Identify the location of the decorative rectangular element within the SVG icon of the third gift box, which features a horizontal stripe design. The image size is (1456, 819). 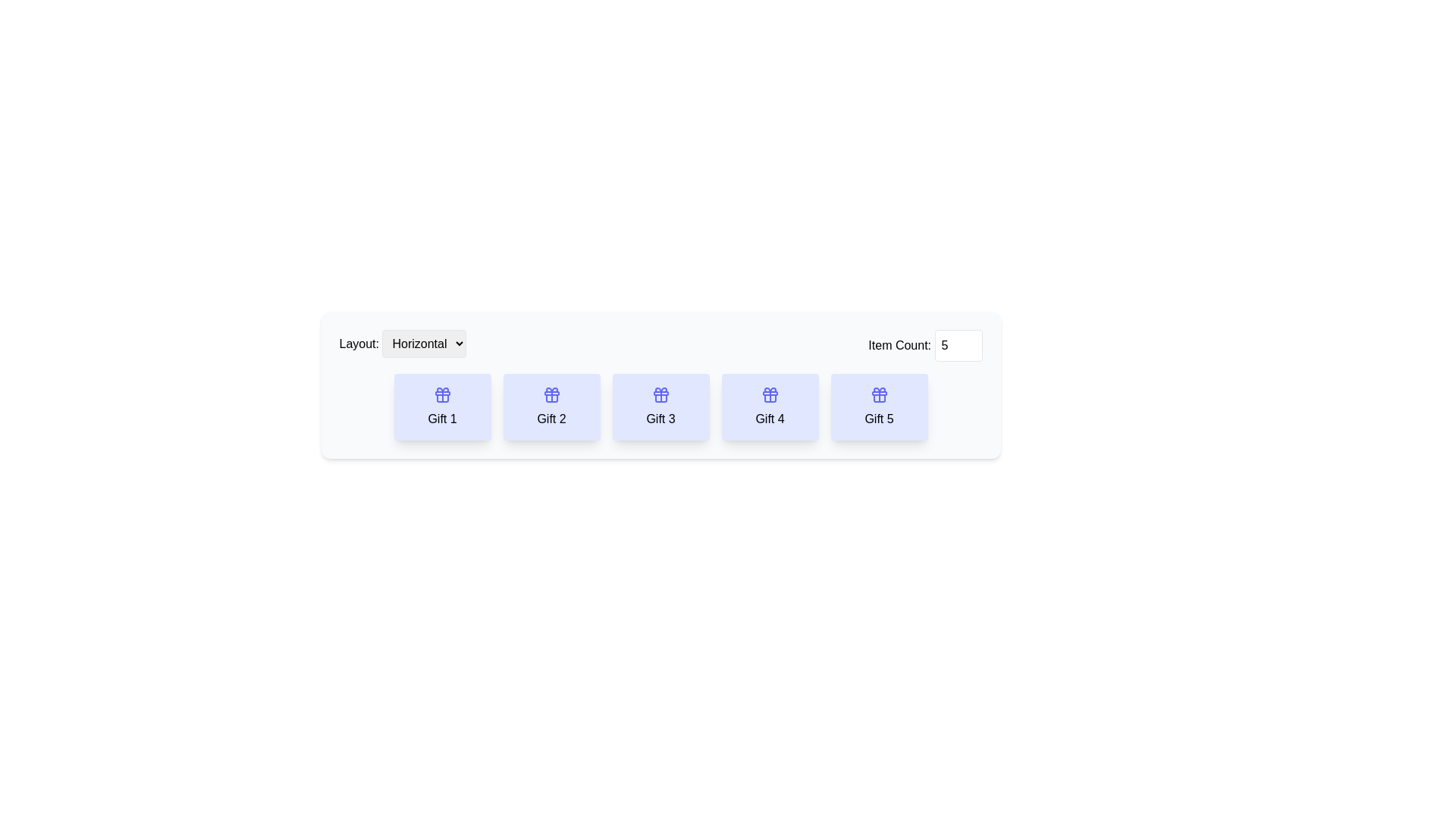
(661, 393).